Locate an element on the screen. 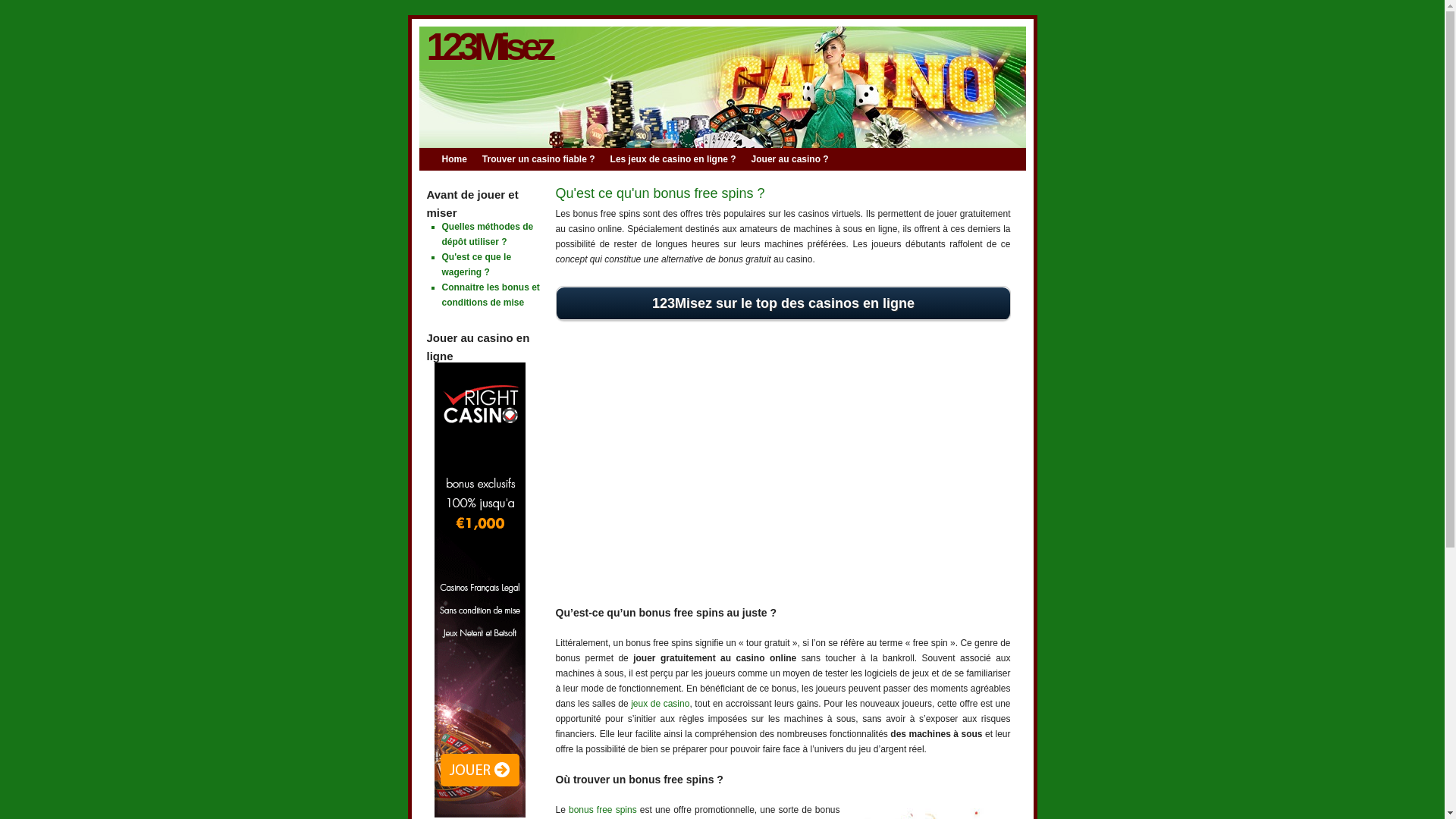 This screenshot has height=819, width=1456. '123Misez' is located at coordinates (488, 45).